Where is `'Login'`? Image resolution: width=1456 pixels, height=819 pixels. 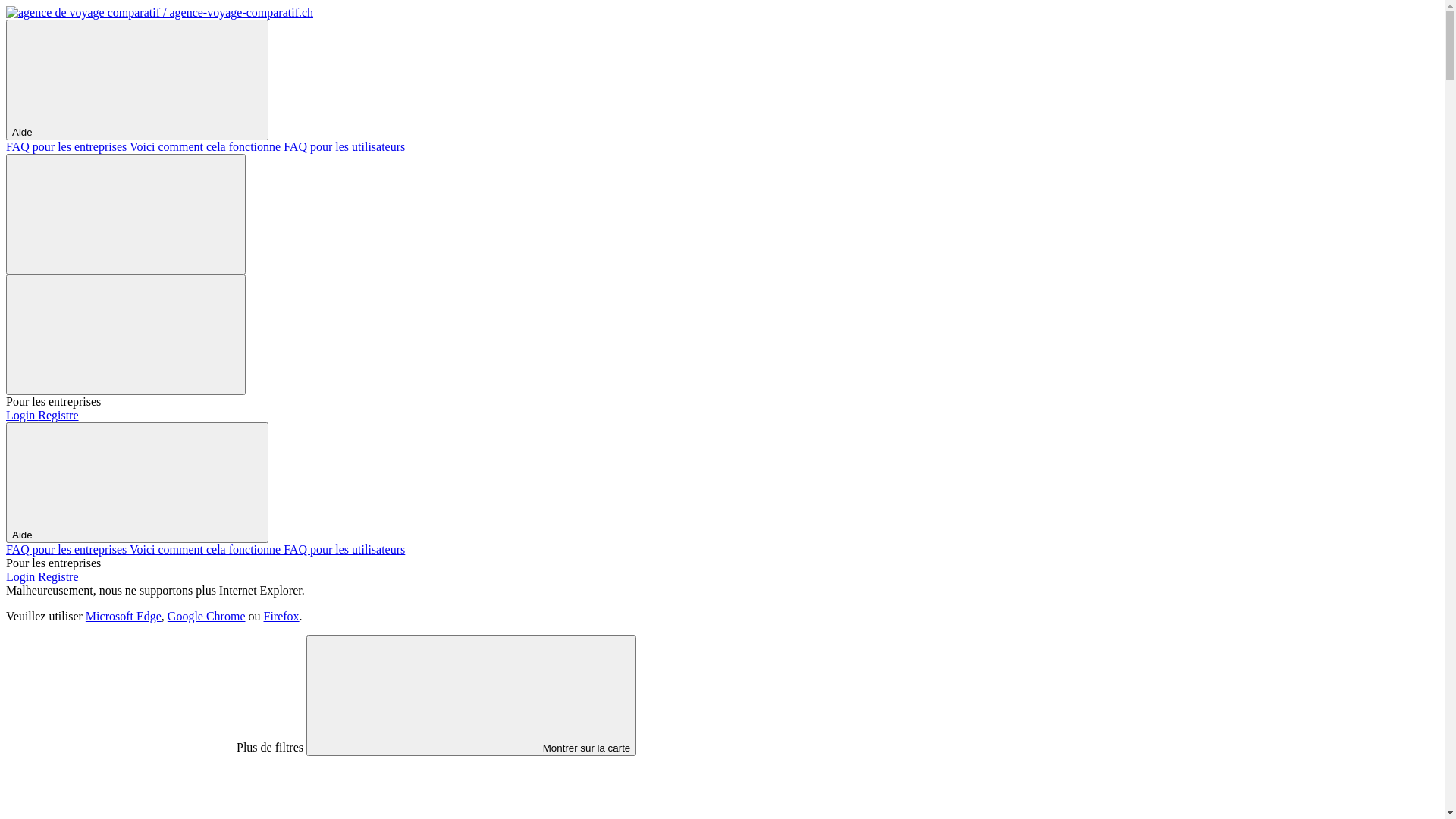
'Login' is located at coordinates (21, 576).